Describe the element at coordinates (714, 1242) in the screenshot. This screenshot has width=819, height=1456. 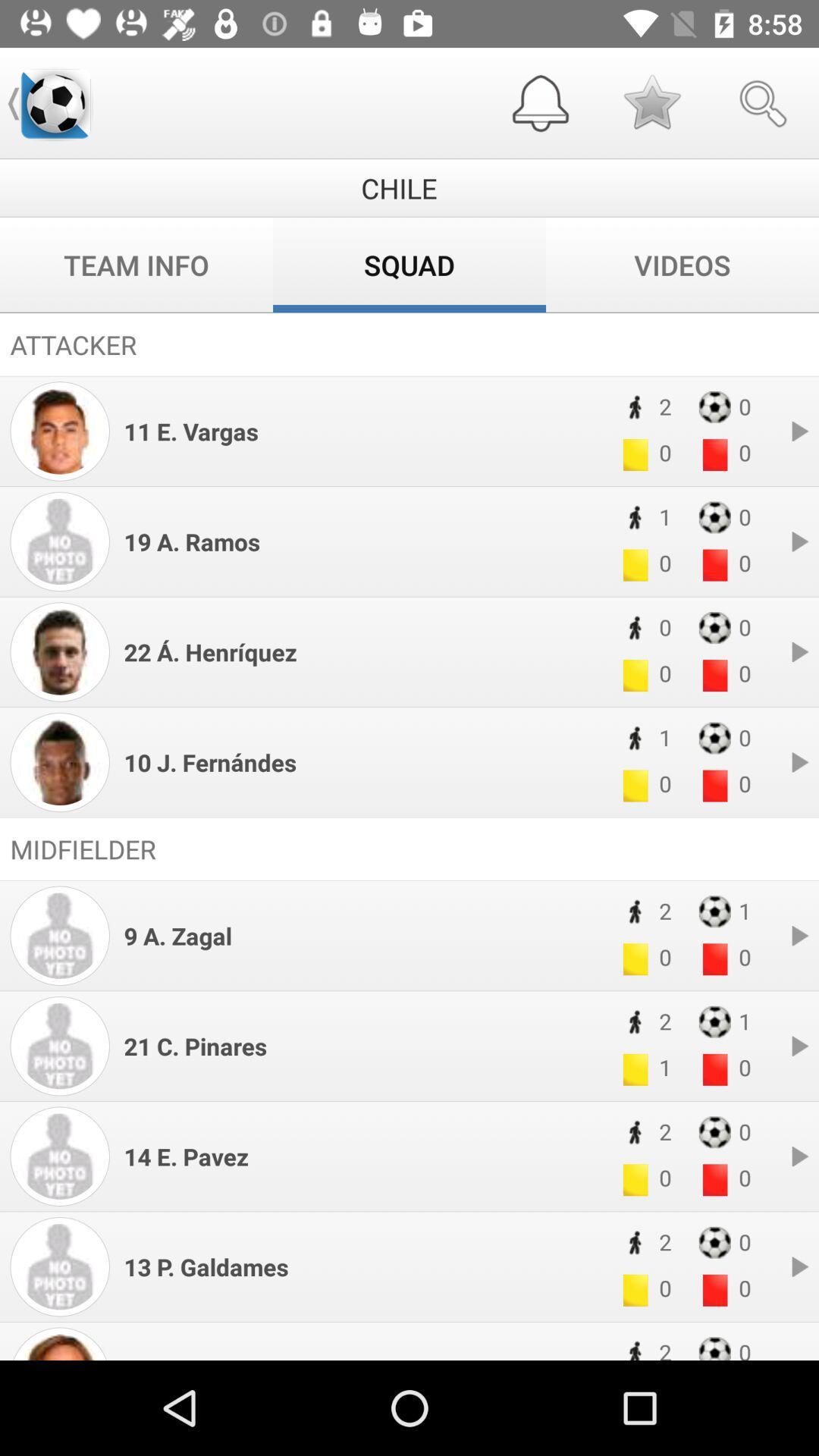
I see `the fourth football icon from the mid fielder` at that location.